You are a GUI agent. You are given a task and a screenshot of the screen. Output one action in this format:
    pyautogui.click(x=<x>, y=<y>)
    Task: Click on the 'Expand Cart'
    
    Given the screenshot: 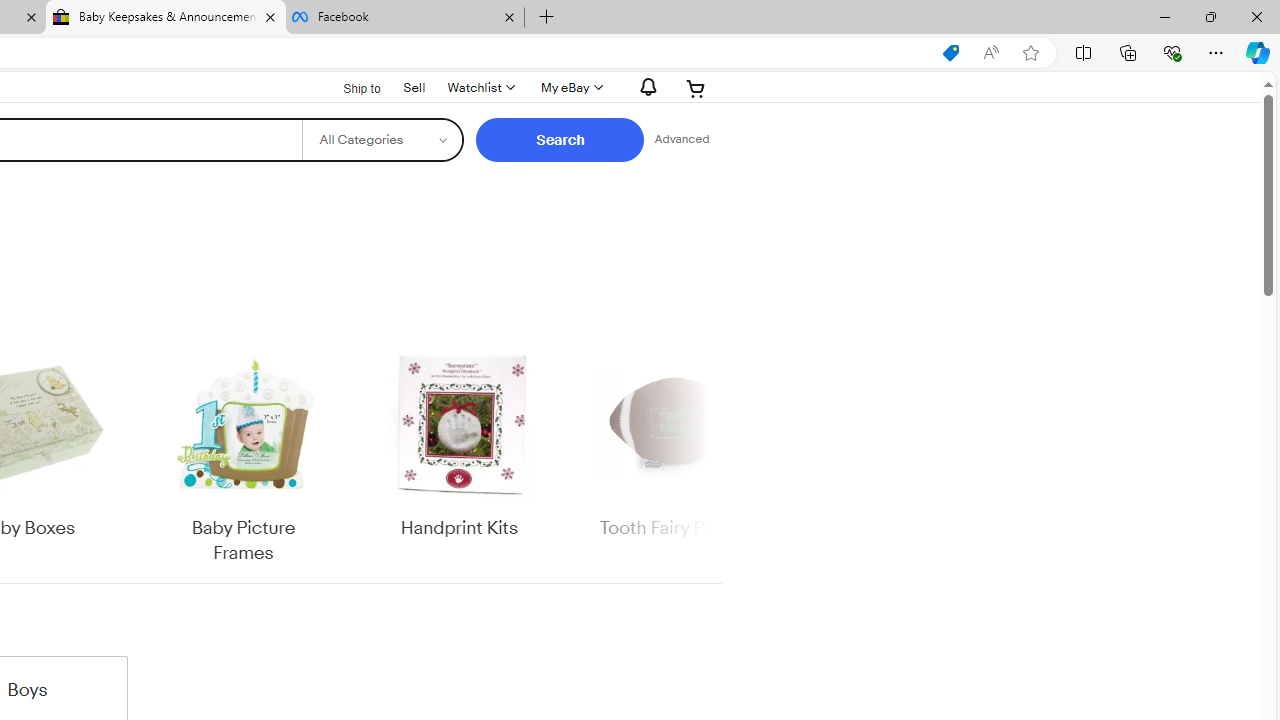 What is the action you would take?
    pyautogui.click(x=696, y=87)
    